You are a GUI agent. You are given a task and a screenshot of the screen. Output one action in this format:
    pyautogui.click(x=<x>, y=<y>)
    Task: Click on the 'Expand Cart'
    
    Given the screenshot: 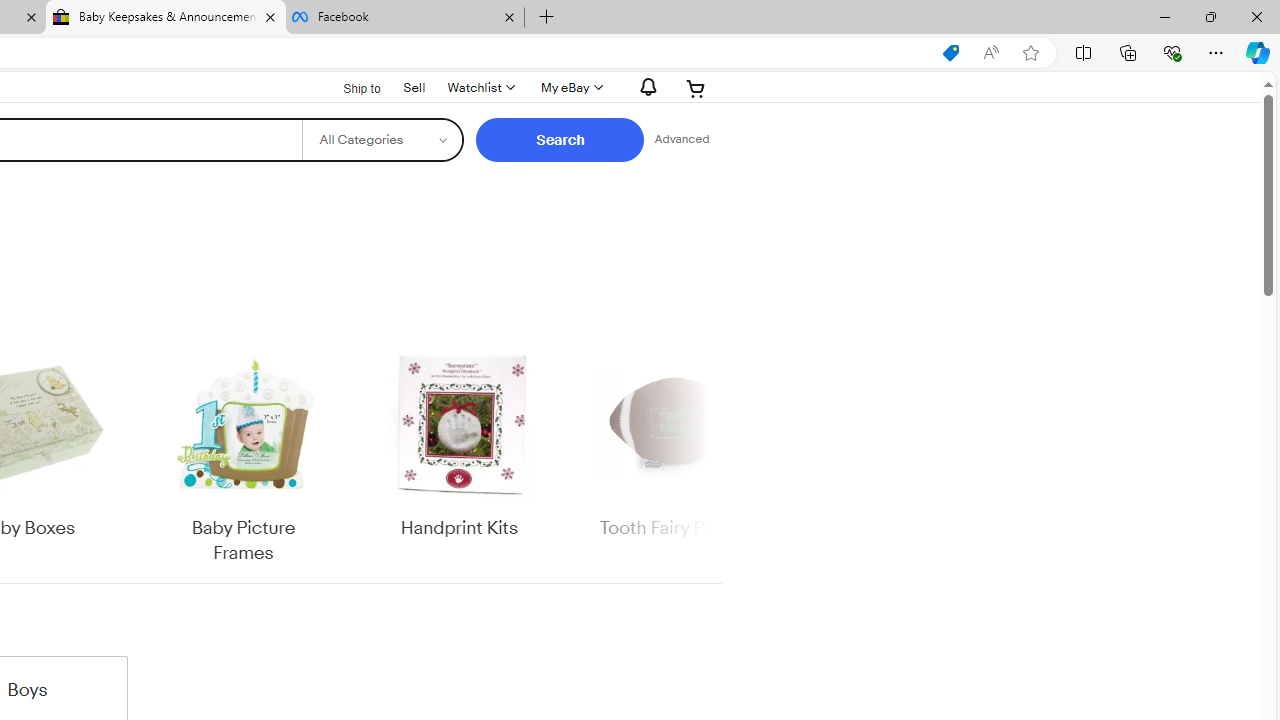 What is the action you would take?
    pyautogui.click(x=696, y=87)
    